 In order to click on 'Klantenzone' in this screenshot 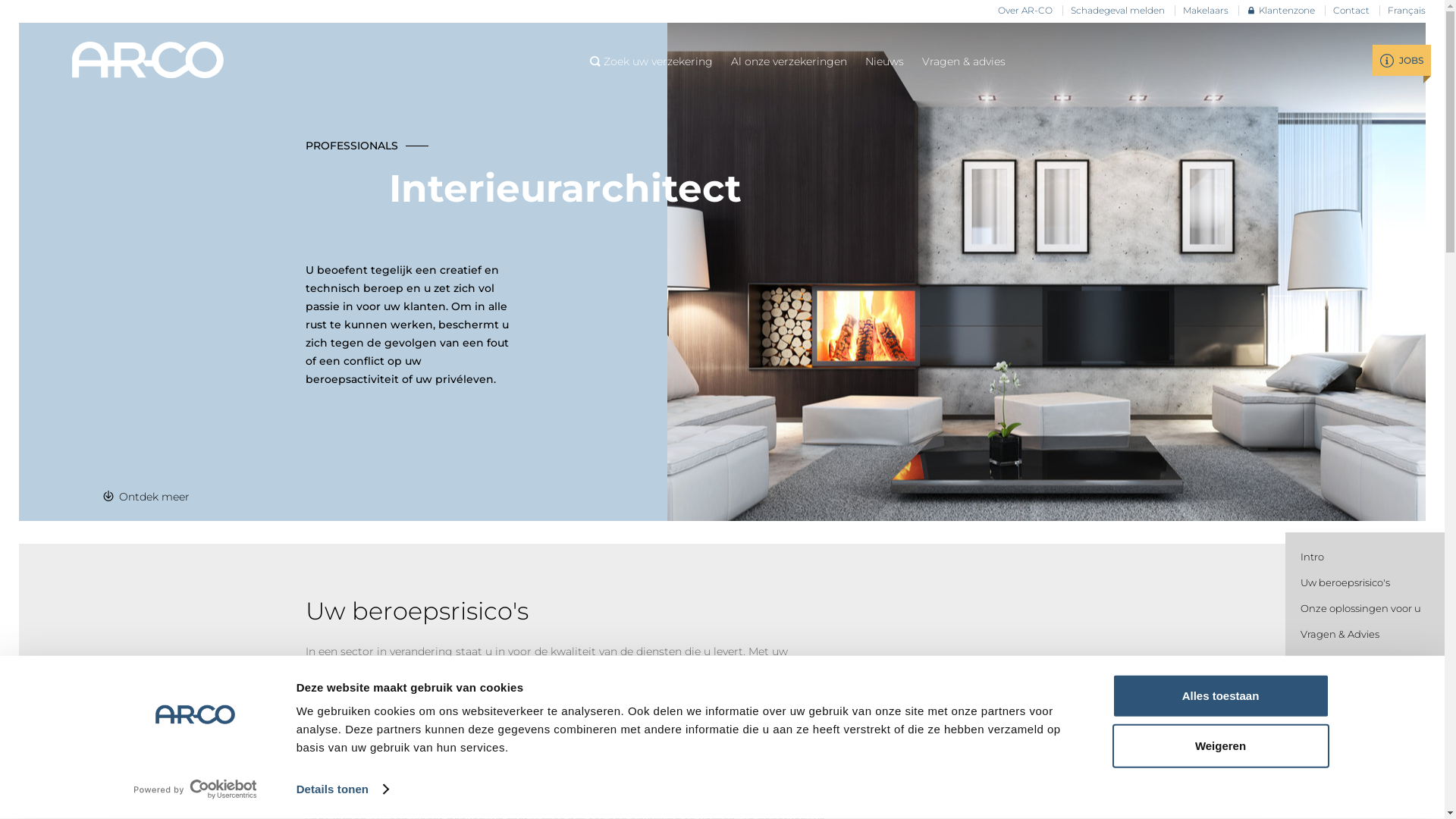, I will do `click(1280, 11)`.